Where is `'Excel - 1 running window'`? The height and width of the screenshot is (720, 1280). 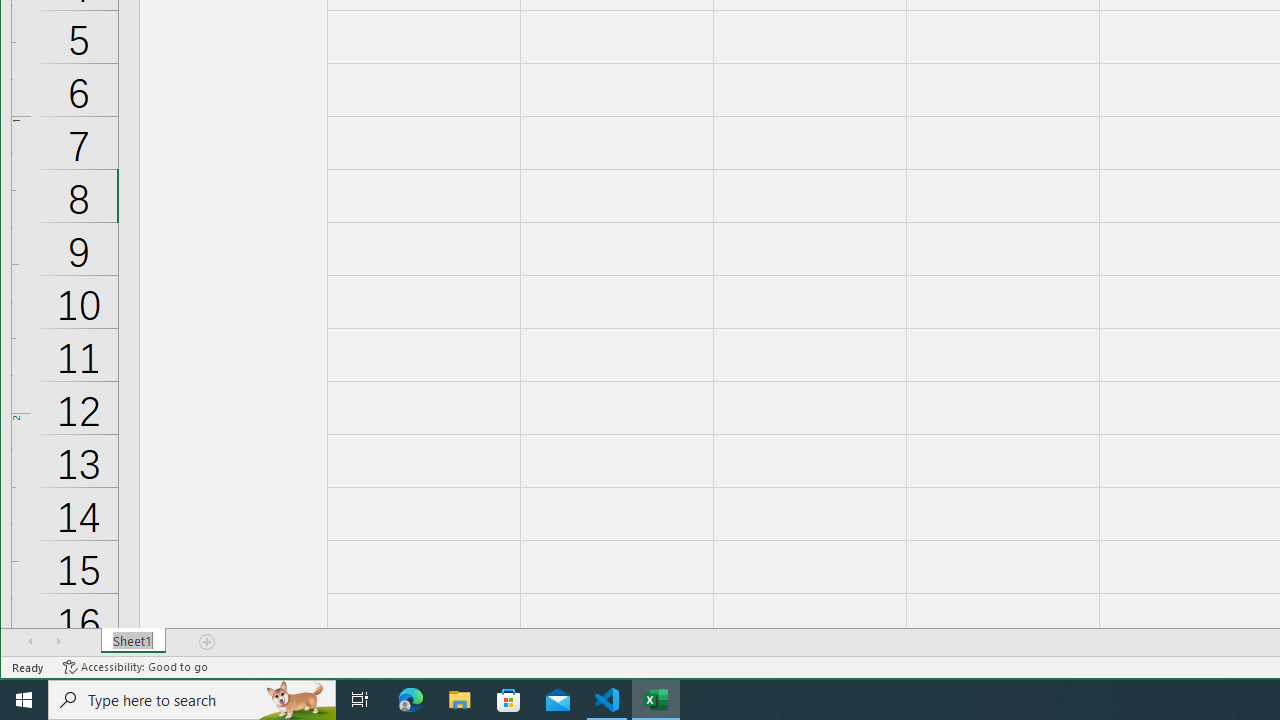 'Excel - 1 running window' is located at coordinates (656, 698).